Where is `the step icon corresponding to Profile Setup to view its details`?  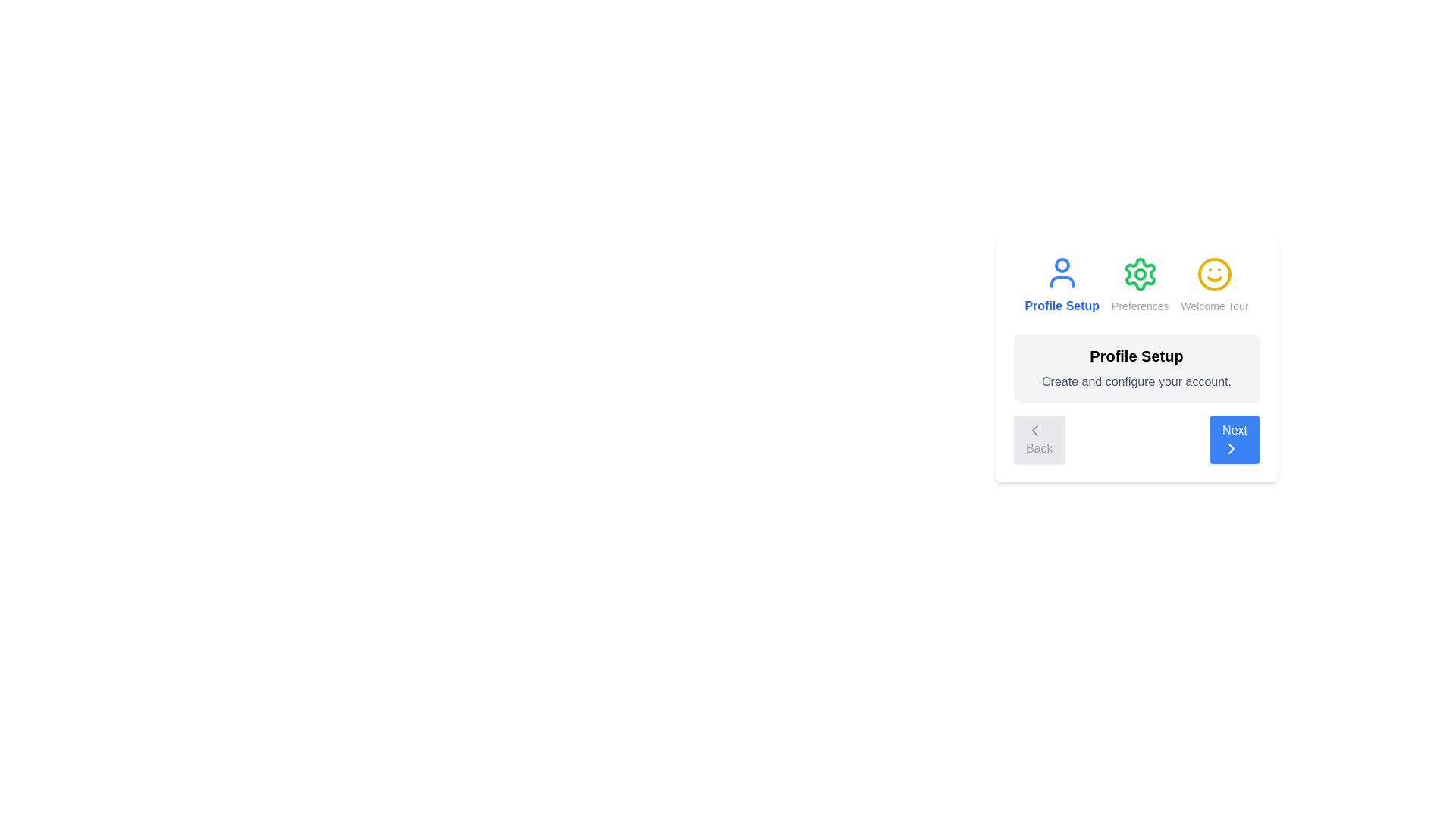
the step icon corresponding to Profile Setup to view its details is located at coordinates (1061, 284).